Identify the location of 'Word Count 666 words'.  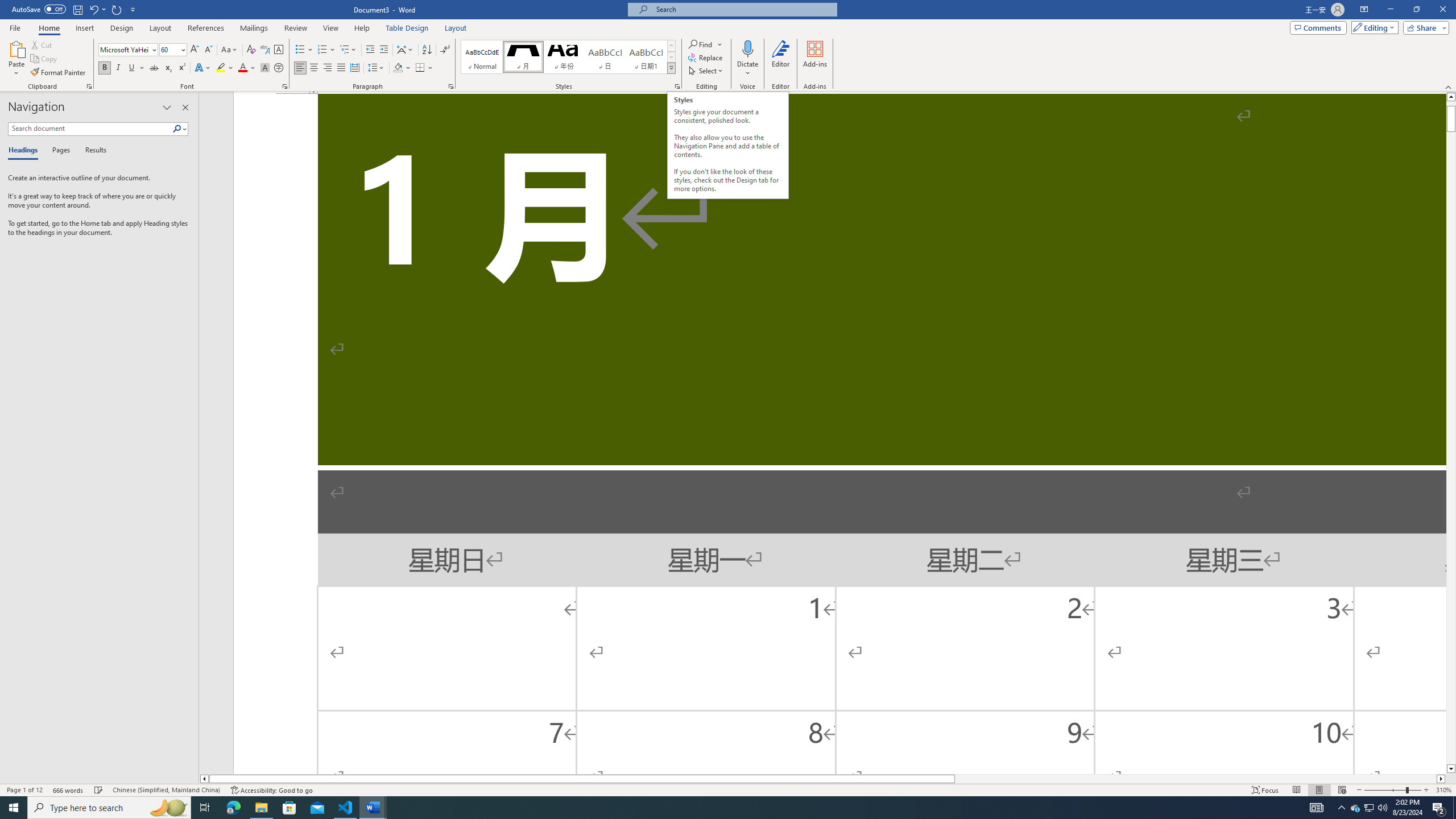
(69, 790).